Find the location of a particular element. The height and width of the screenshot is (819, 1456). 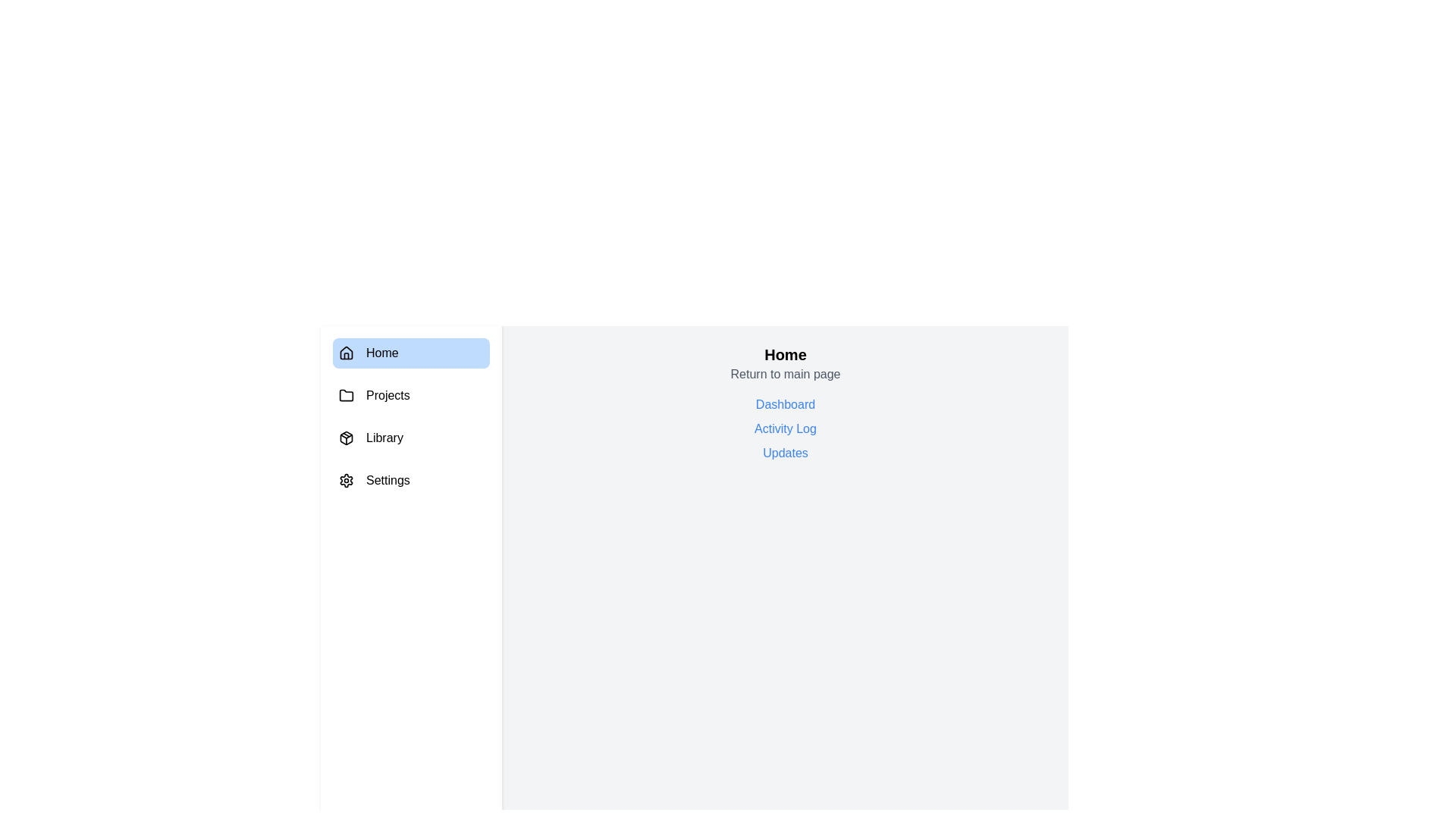

the 'Updates' hyperlink, which is the third link in a vertical list of hyperlinks ('Dashboard', 'Activity Log', 'Updates') is located at coordinates (786, 452).